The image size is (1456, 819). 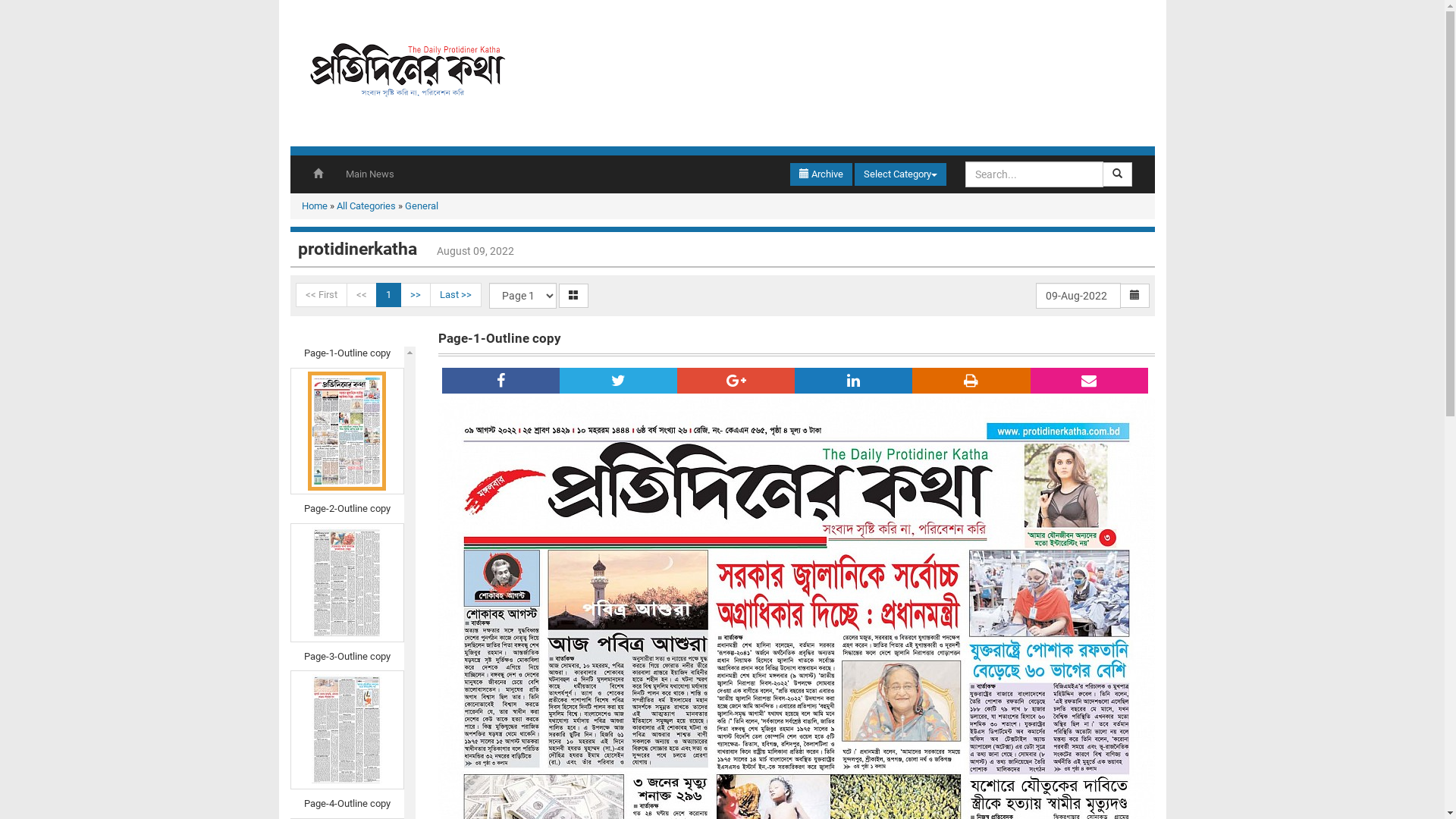 What do you see at coordinates (415, 295) in the screenshot?
I see `'>>'` at bounding box center [415, 295].